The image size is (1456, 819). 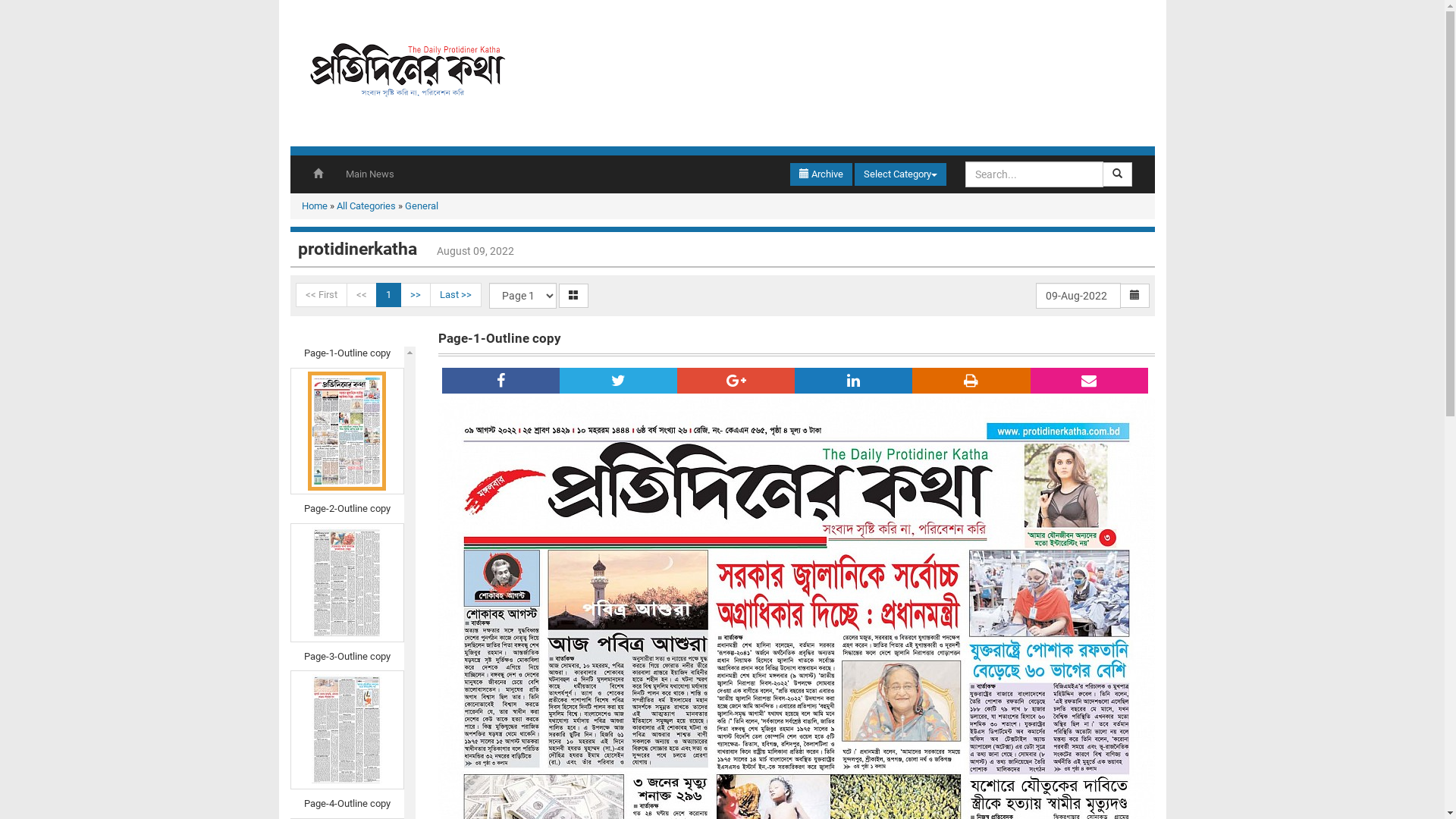 What do you see at coordinates (415, 295) in the screenshot?
I see `'>>'` at bounding box center [415, 295].